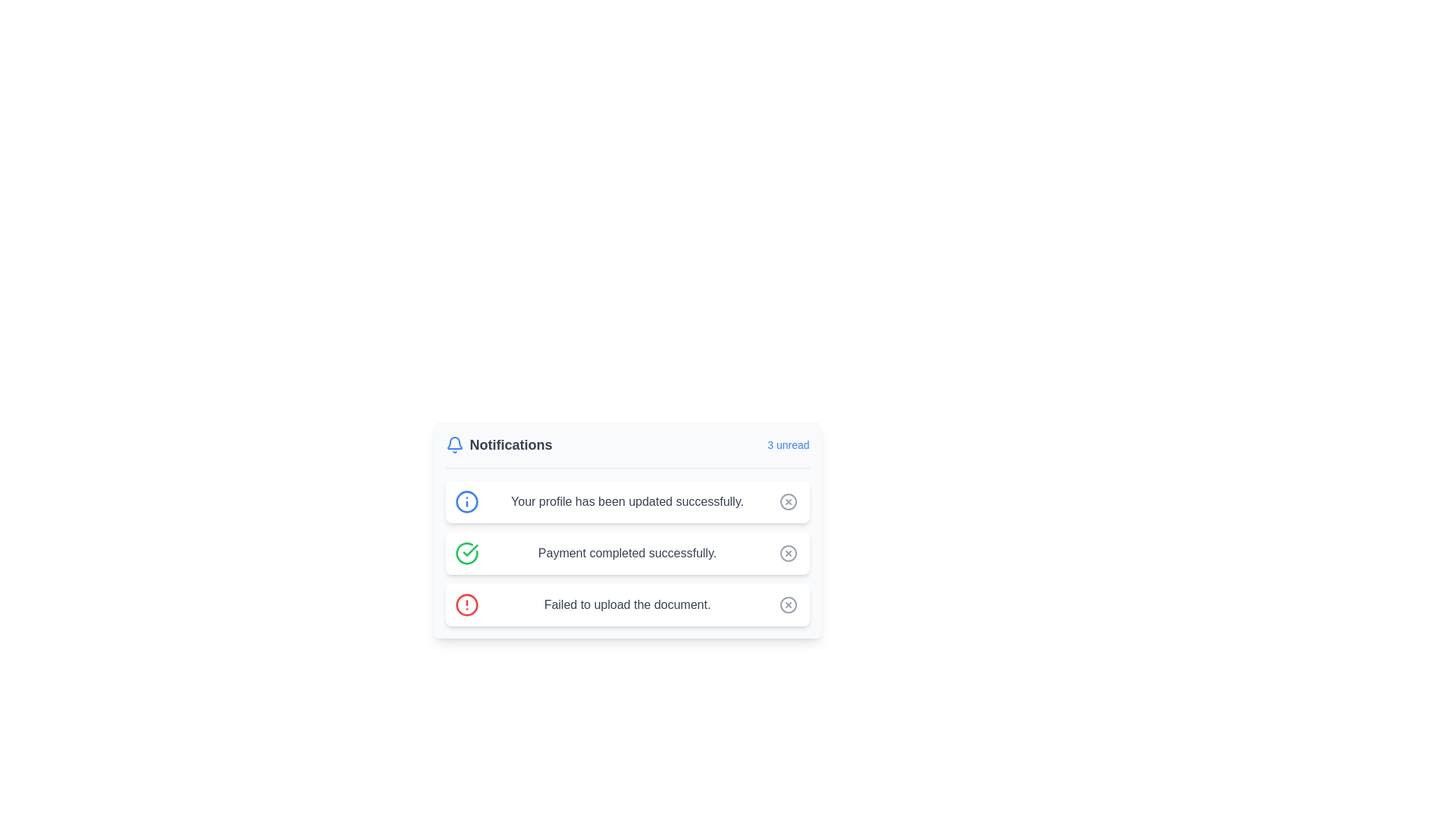 The image size is (1456, 819). What do you see at coordinates (466, 604) in the screenshot?
I see `the alert indicator icon next to the text 'Failed to upload the document' in the third notification item` at bounding box center [466, 604].